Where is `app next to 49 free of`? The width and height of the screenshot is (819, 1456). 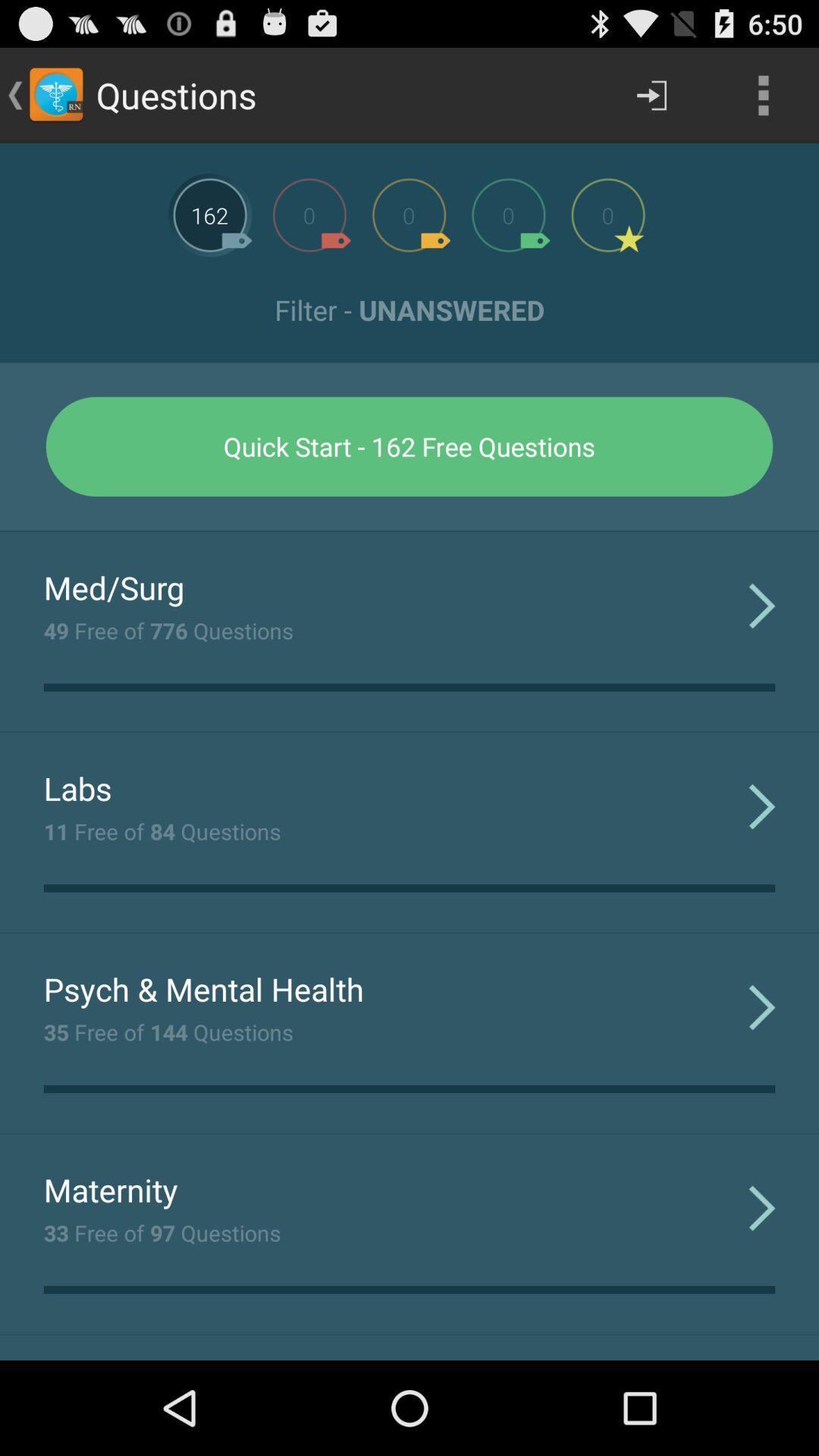
app next to 49 free of is located at coordinates (762, 604).